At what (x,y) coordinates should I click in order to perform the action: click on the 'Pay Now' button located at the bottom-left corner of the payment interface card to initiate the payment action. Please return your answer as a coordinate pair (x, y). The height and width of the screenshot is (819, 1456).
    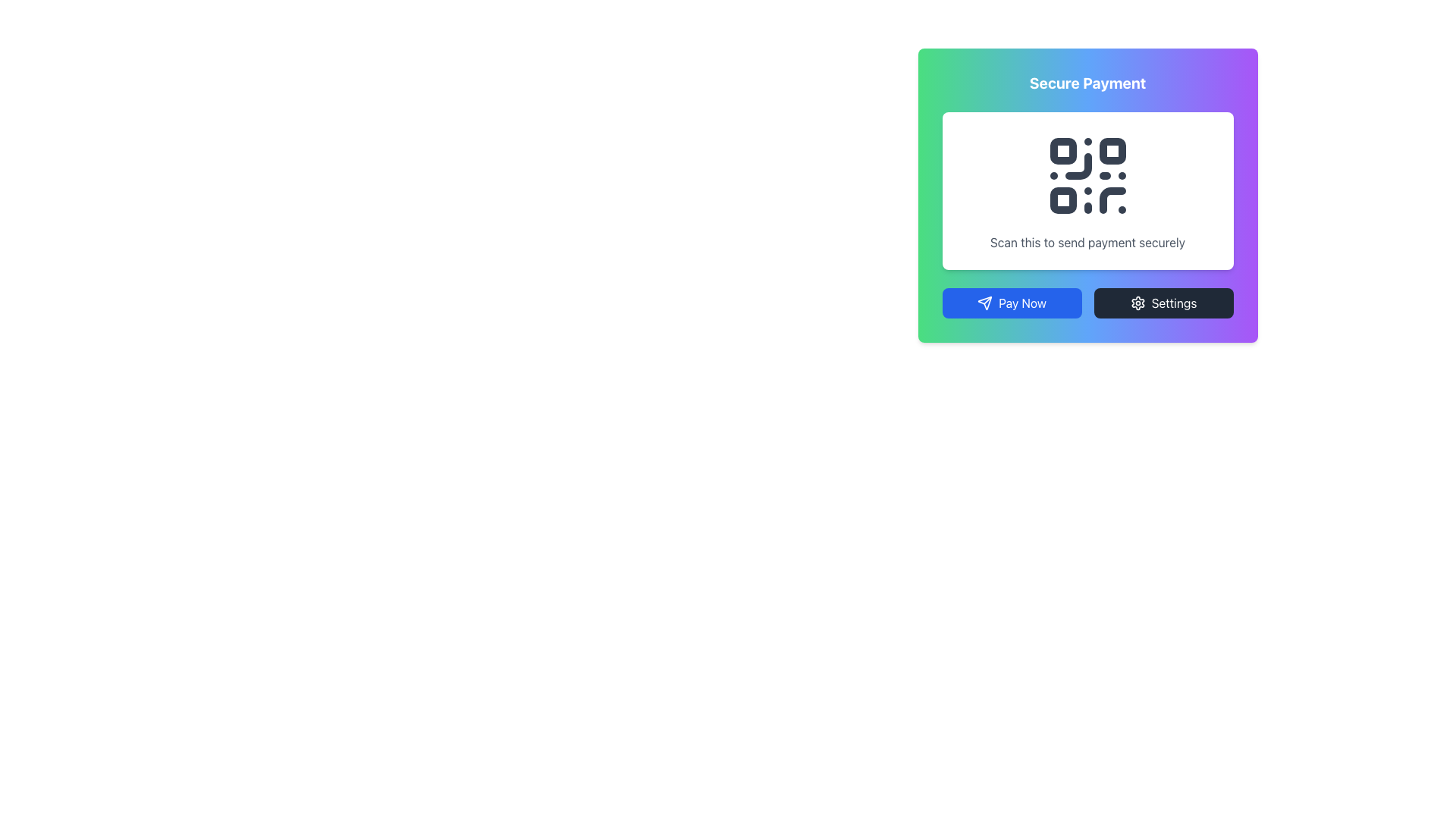
    Looking at the image, I should click on (985, 303).